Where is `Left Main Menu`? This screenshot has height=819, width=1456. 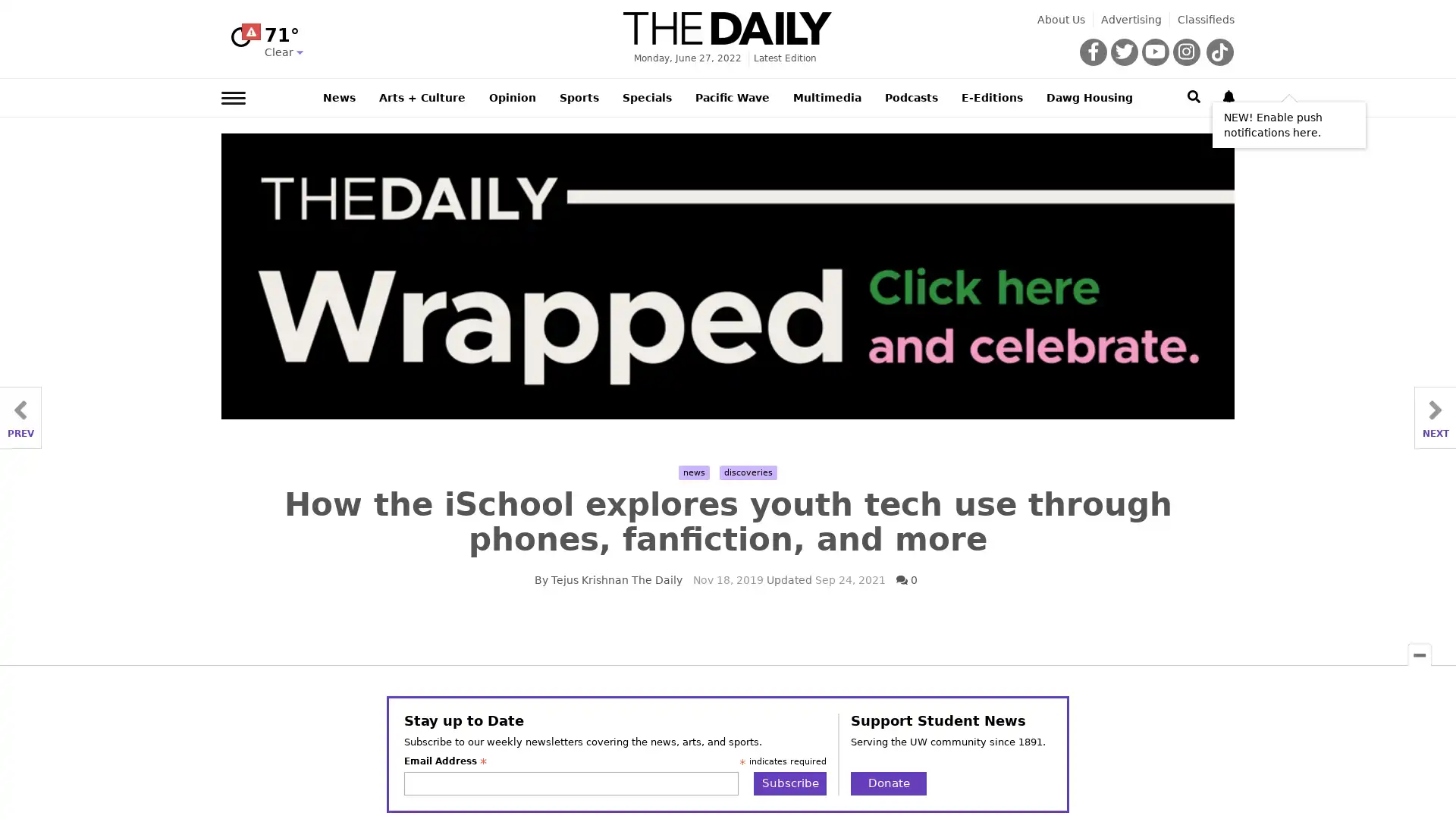 Left Main Menu is located at coordinates (232, 97).